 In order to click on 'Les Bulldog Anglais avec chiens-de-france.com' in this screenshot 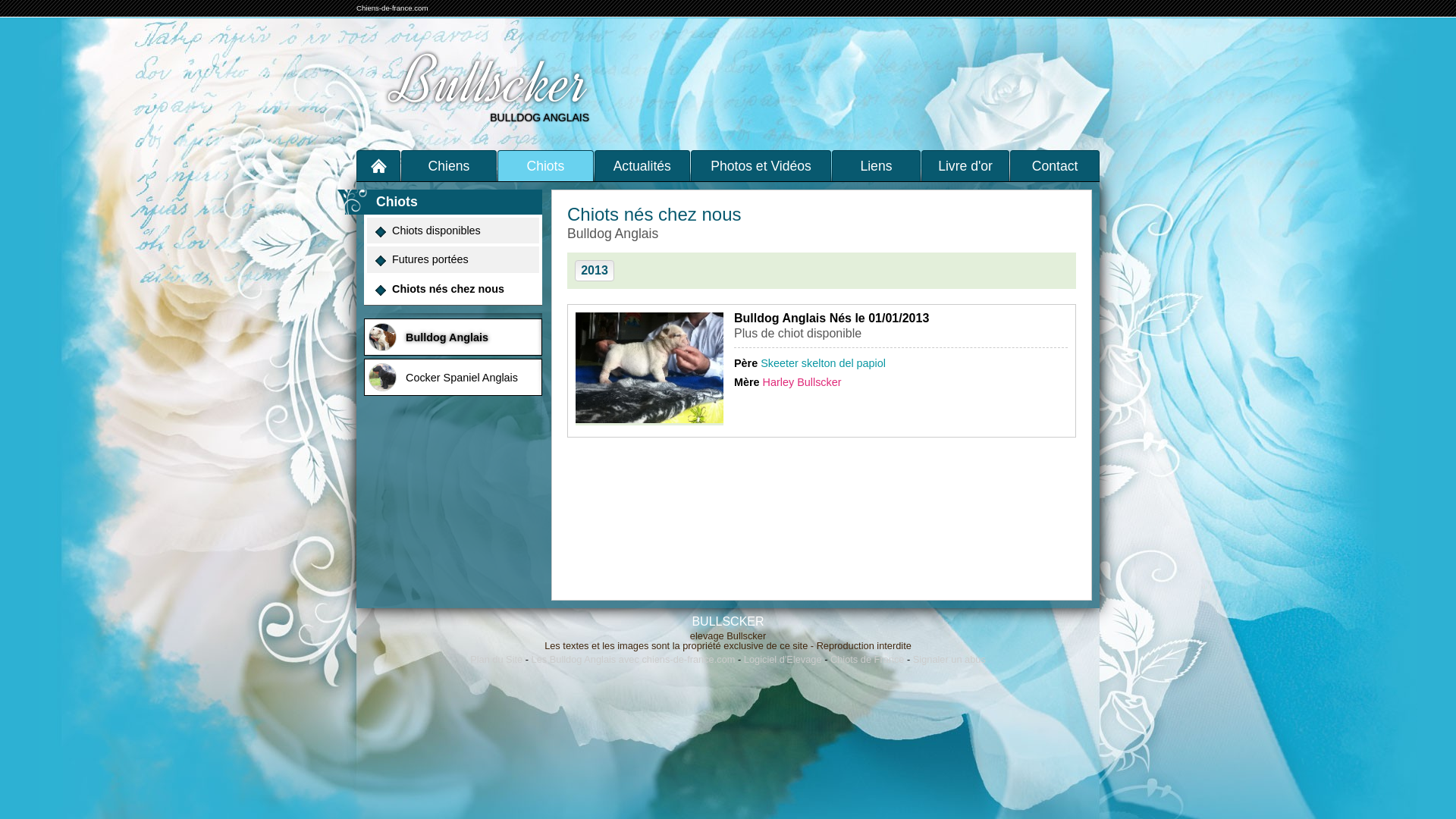, I will do `click(633, 658)`.